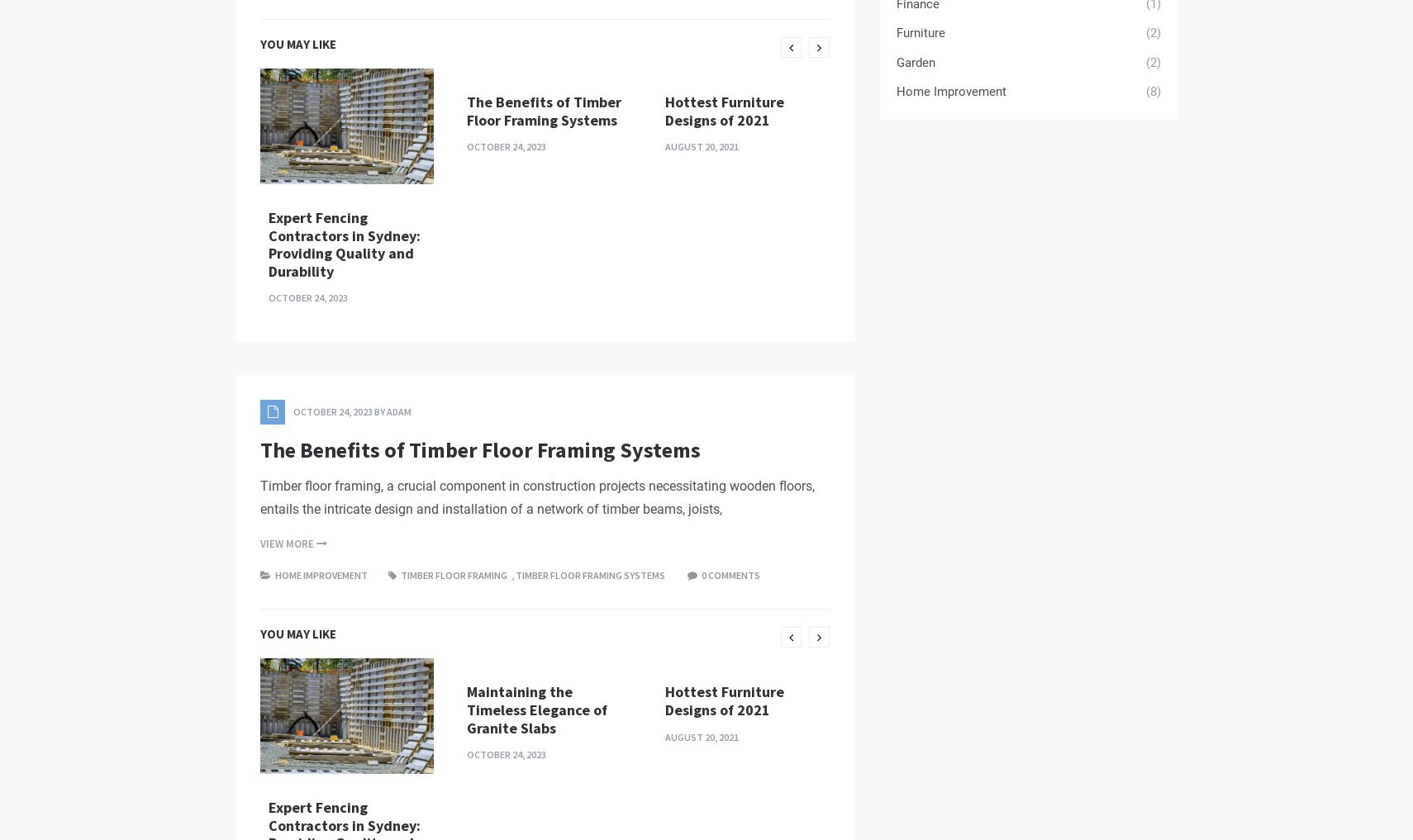  What do you see at coordinates (259, 324) in the screenshot?
I see `'You May Like'` at bounding box center [259, 324].